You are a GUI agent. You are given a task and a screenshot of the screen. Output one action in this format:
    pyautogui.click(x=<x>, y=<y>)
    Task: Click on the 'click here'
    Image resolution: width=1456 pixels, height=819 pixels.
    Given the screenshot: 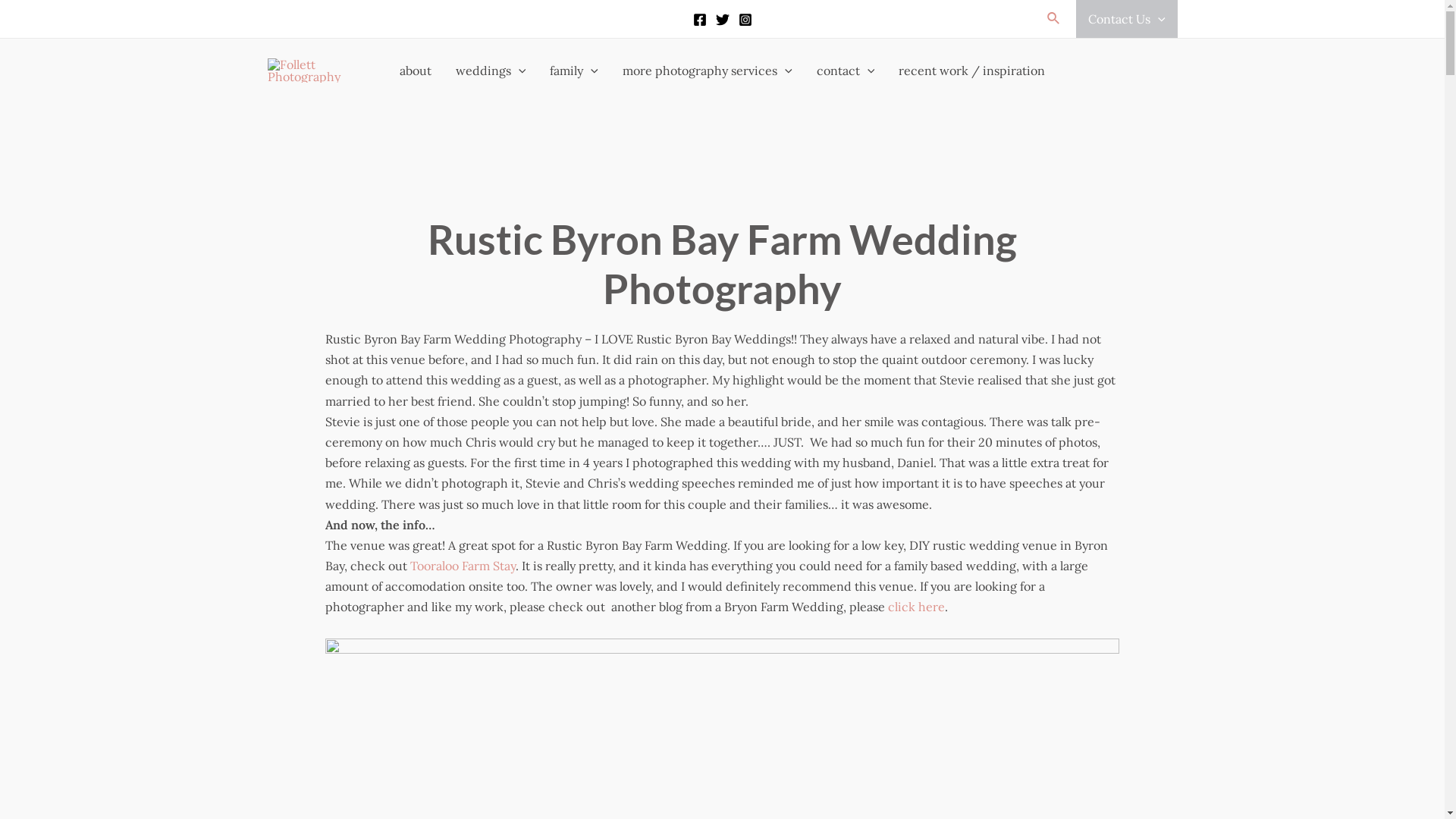 What is the action you would take?
    pyautogui.click(x=915, y=605)
    